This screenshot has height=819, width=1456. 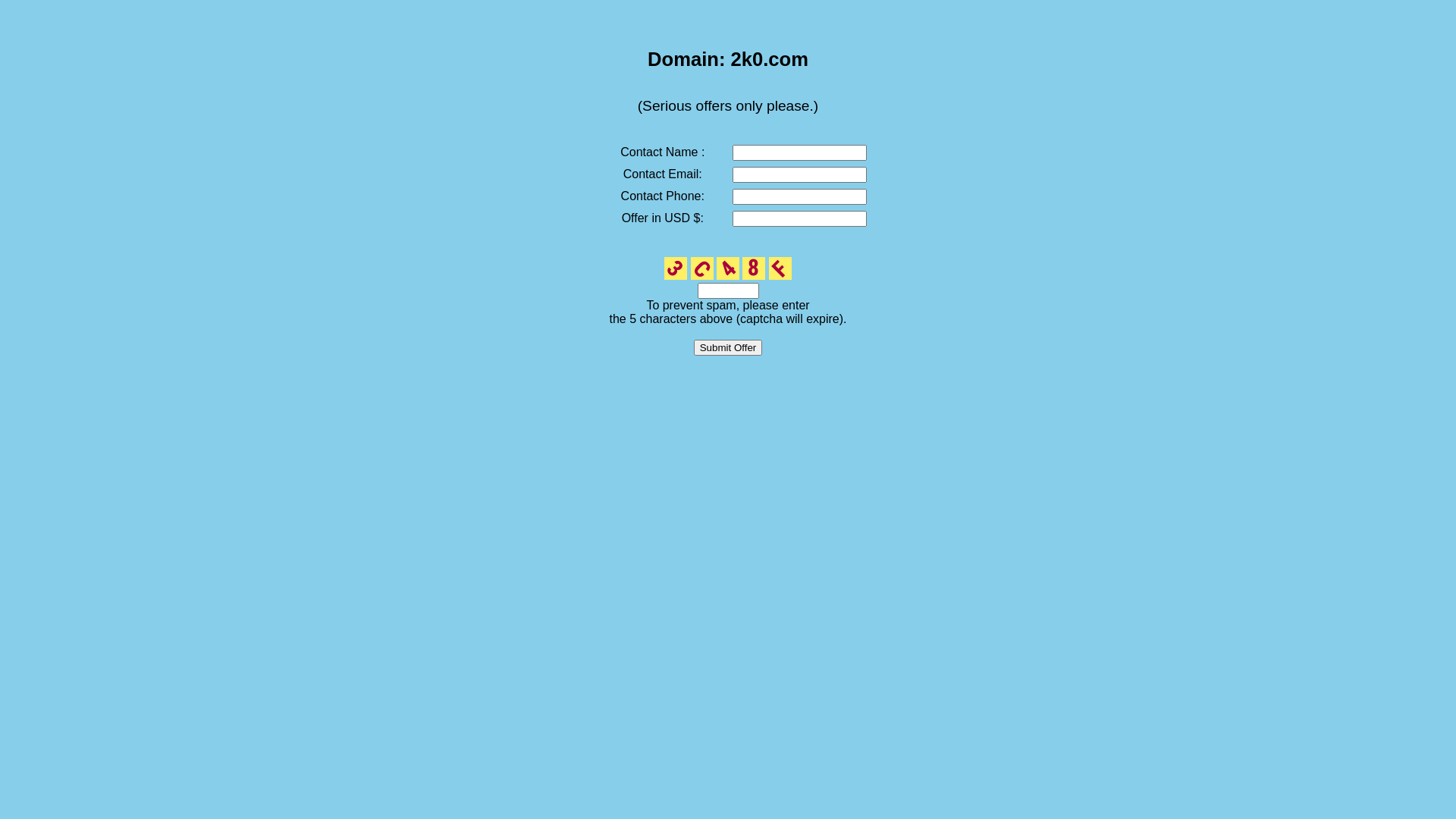 I want to click on 'Submit Offer', so click(x=728, y=347).